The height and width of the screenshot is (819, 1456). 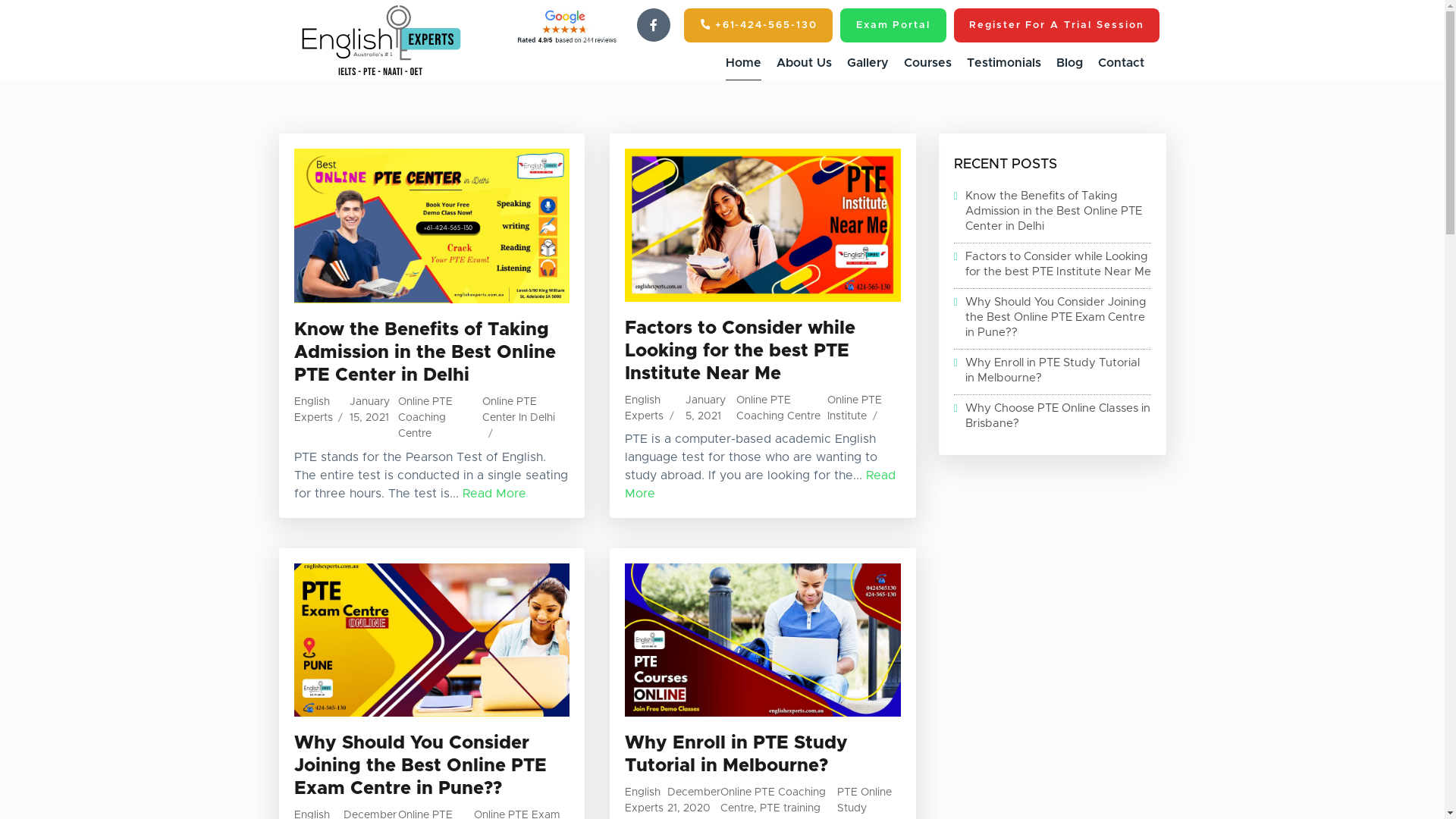 What do you see at coordinates (294, 409) in the screenshot?
I see `'English Experts'` at bounding box center [294, 409].